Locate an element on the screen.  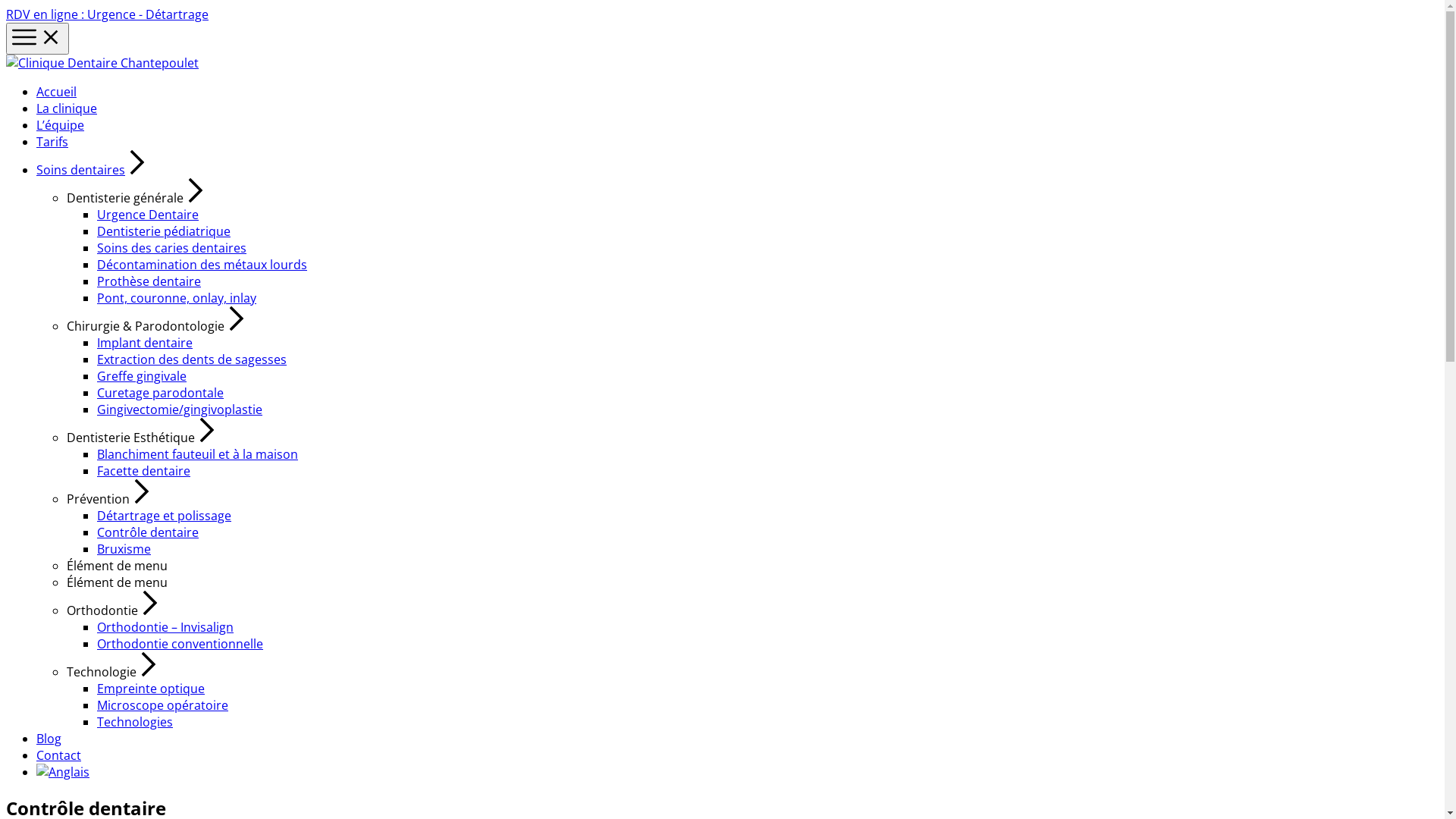
'Contact' is located at coordinates (58, 755).